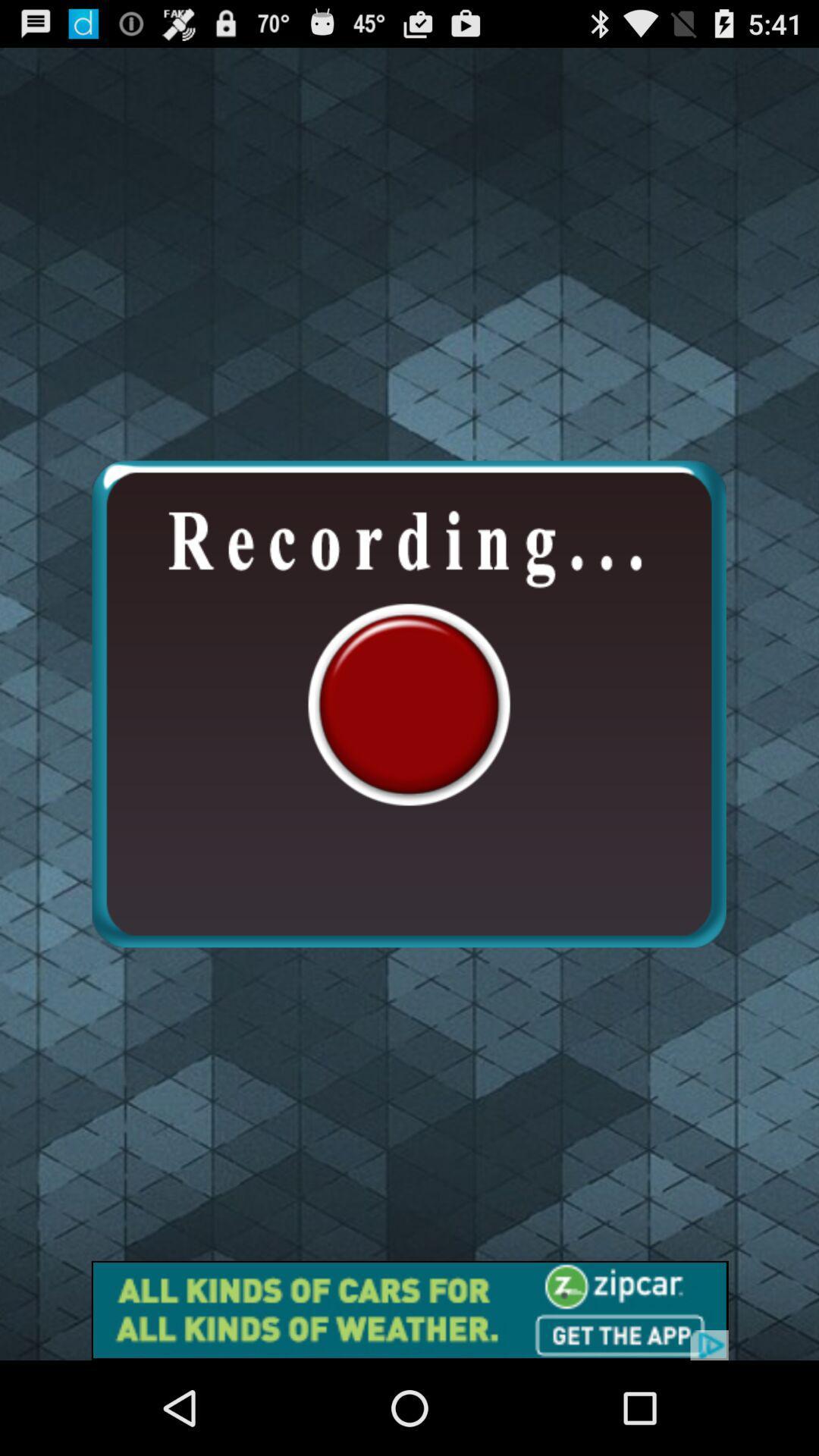  What do you see at coordinates (408, 703) in the screenshot?
I see `recording` at bounding box center [408, 703].